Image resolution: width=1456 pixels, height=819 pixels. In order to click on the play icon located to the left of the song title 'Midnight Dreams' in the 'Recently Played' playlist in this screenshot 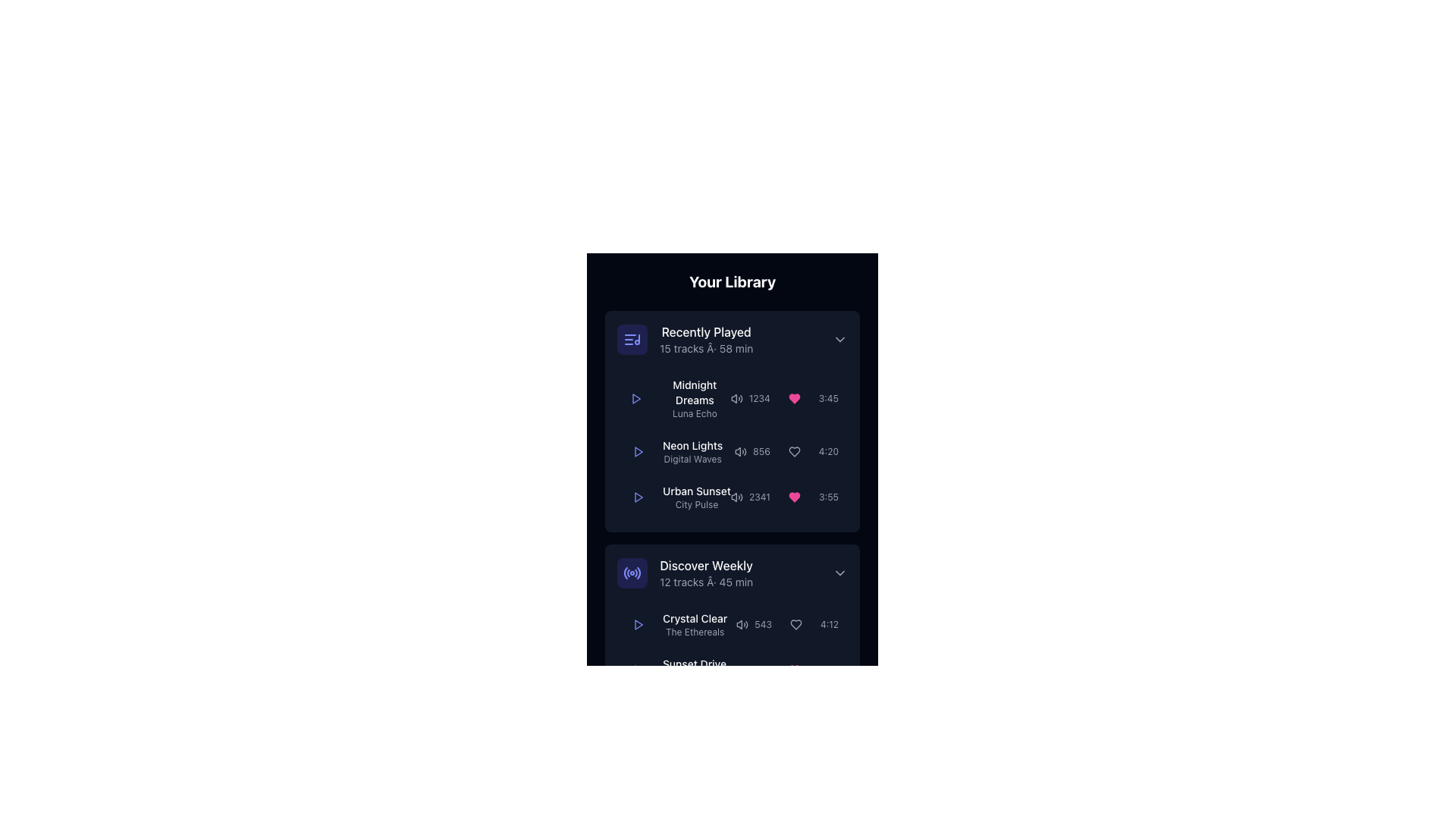, I will do `click(677, 397)`.